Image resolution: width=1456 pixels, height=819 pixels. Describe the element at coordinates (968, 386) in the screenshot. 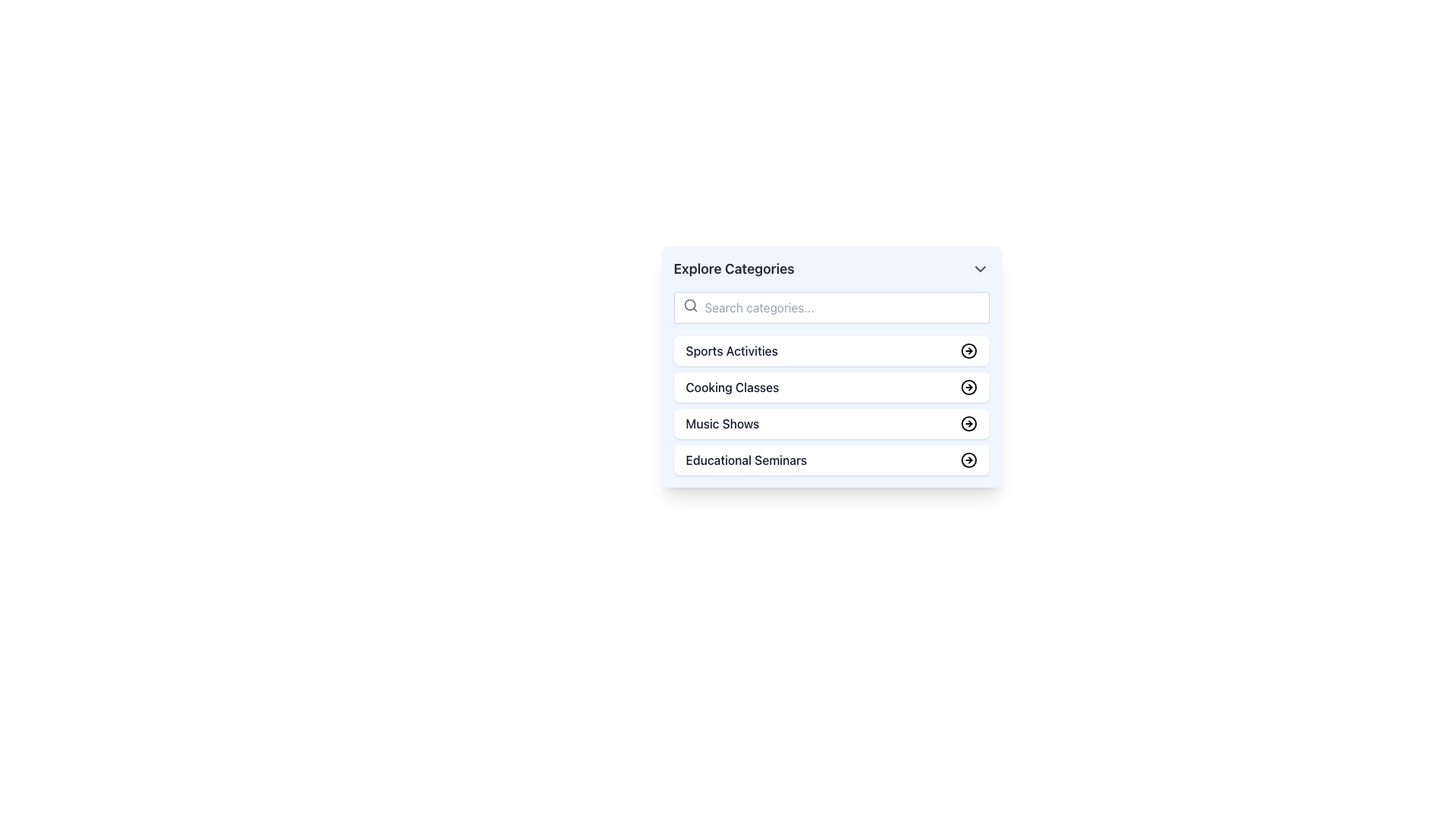

I see `the right-pointing circular arrow icon with a light blue stroke, located next to the 'Cooking Classes' text` at that location.